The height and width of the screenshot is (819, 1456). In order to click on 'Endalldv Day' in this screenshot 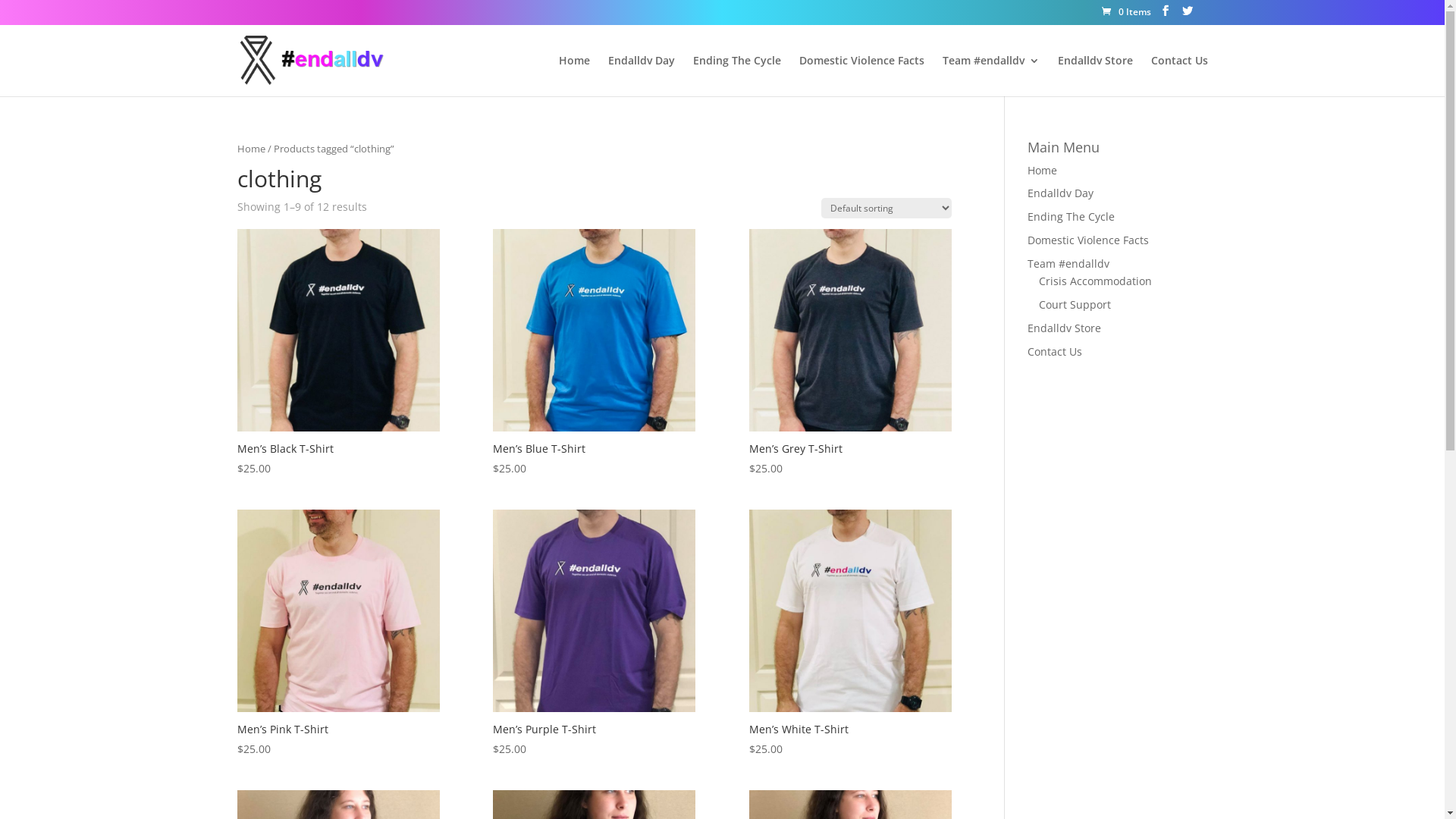, I will do `click(1059, 192)`.